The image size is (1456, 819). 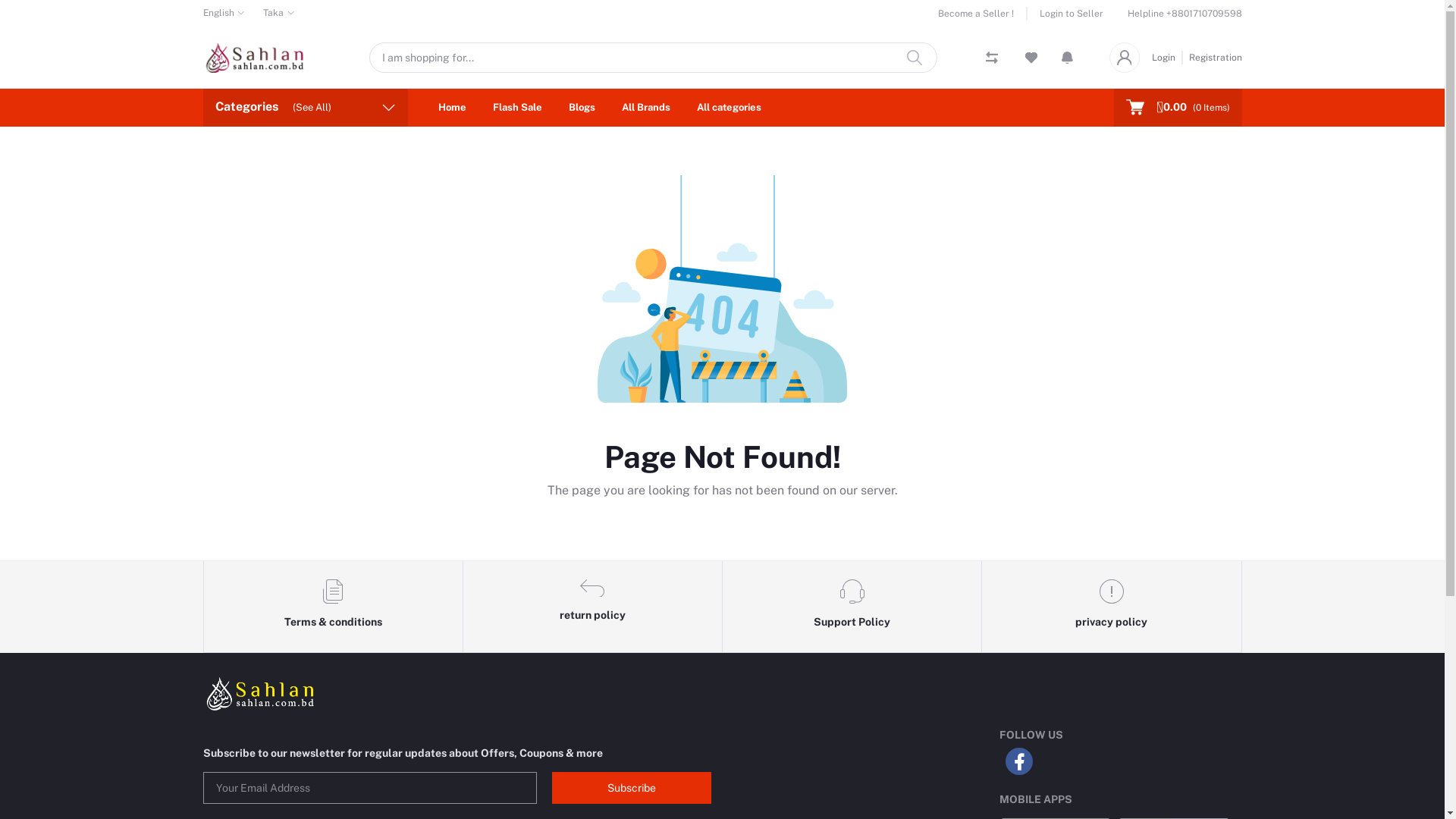 What do you see at coordinates (632, 786) in the screenshot?
I see `'Subscribe'` at bounding box center [632, 786].